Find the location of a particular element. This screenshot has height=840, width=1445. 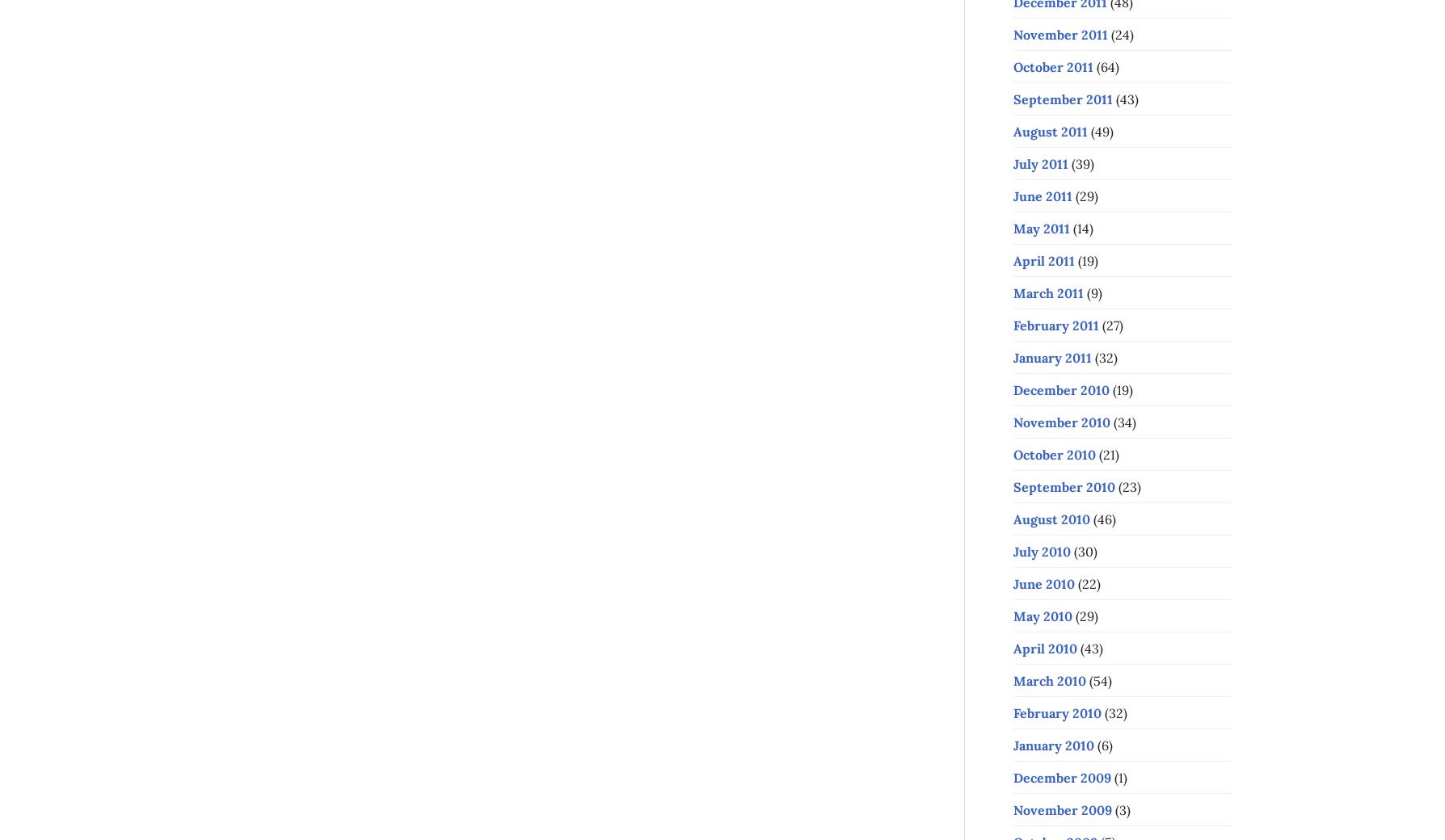

'October 2010' is located at coordinates (1054, 453).